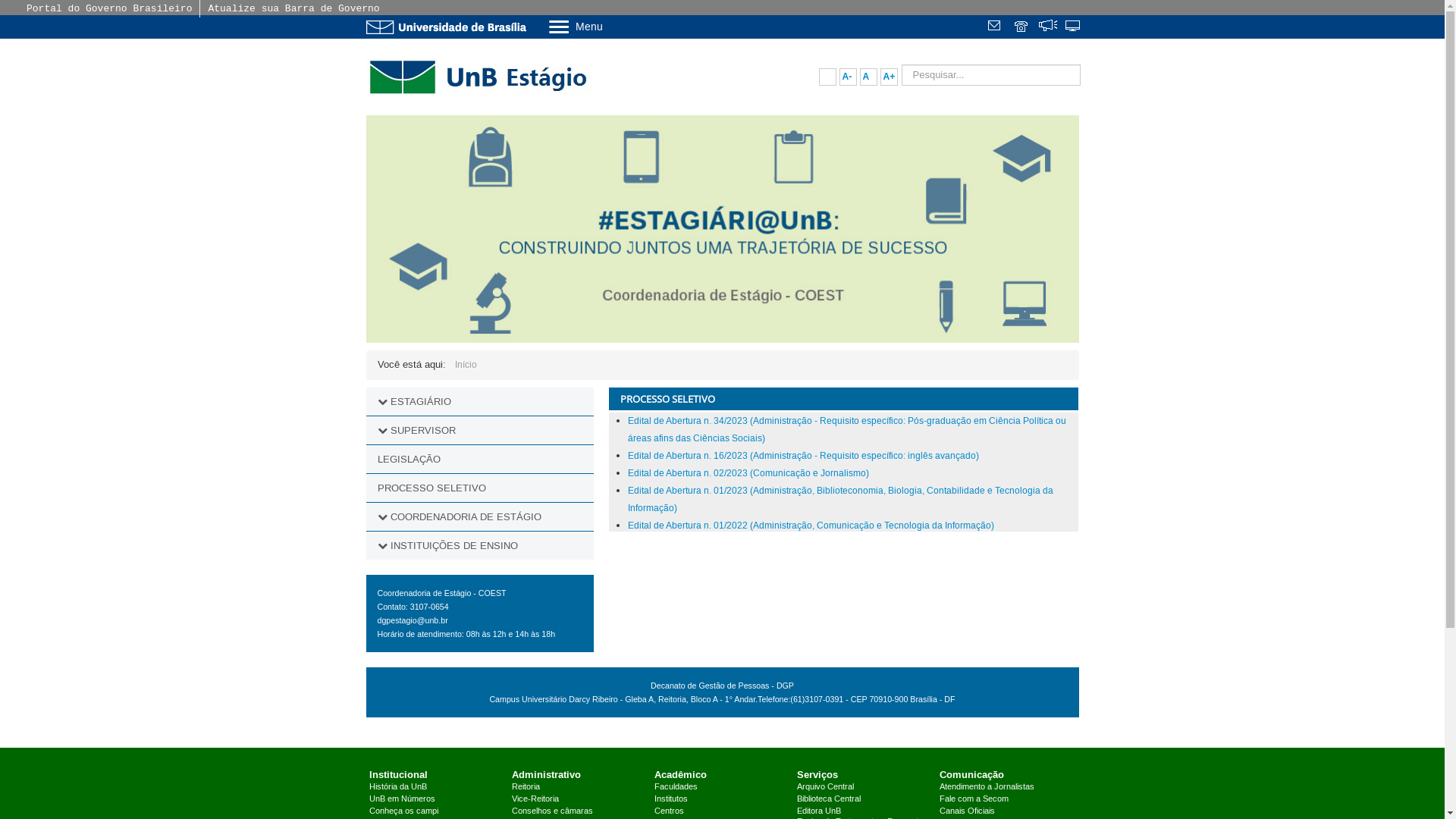  What do you see at coordinates (535, 798) in the screenshot?
I see `'Vice-Reitoria'` at bounding box center [535, 798].